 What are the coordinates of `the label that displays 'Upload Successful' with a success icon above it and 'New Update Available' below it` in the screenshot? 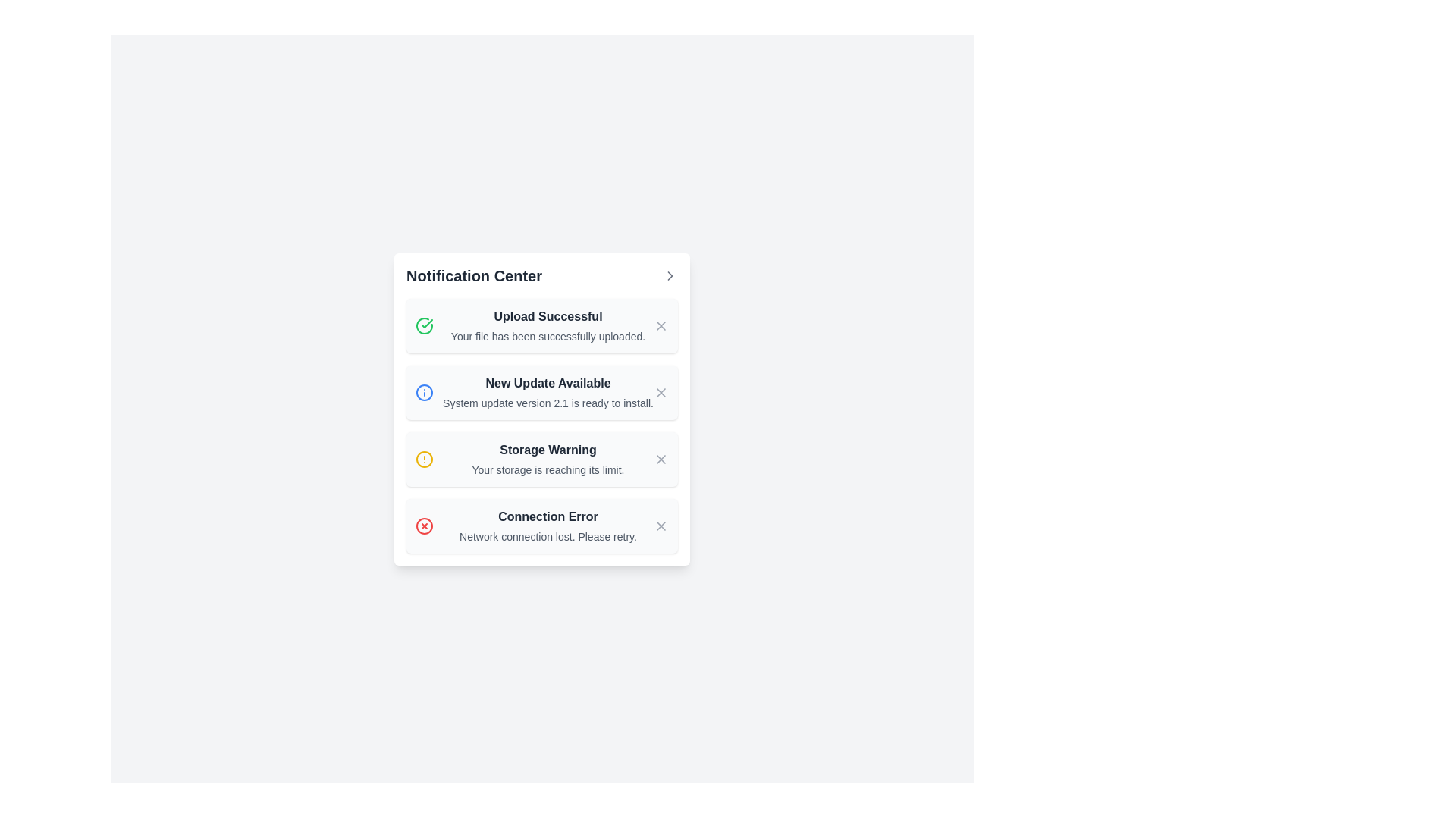 It's located at (548, 325).